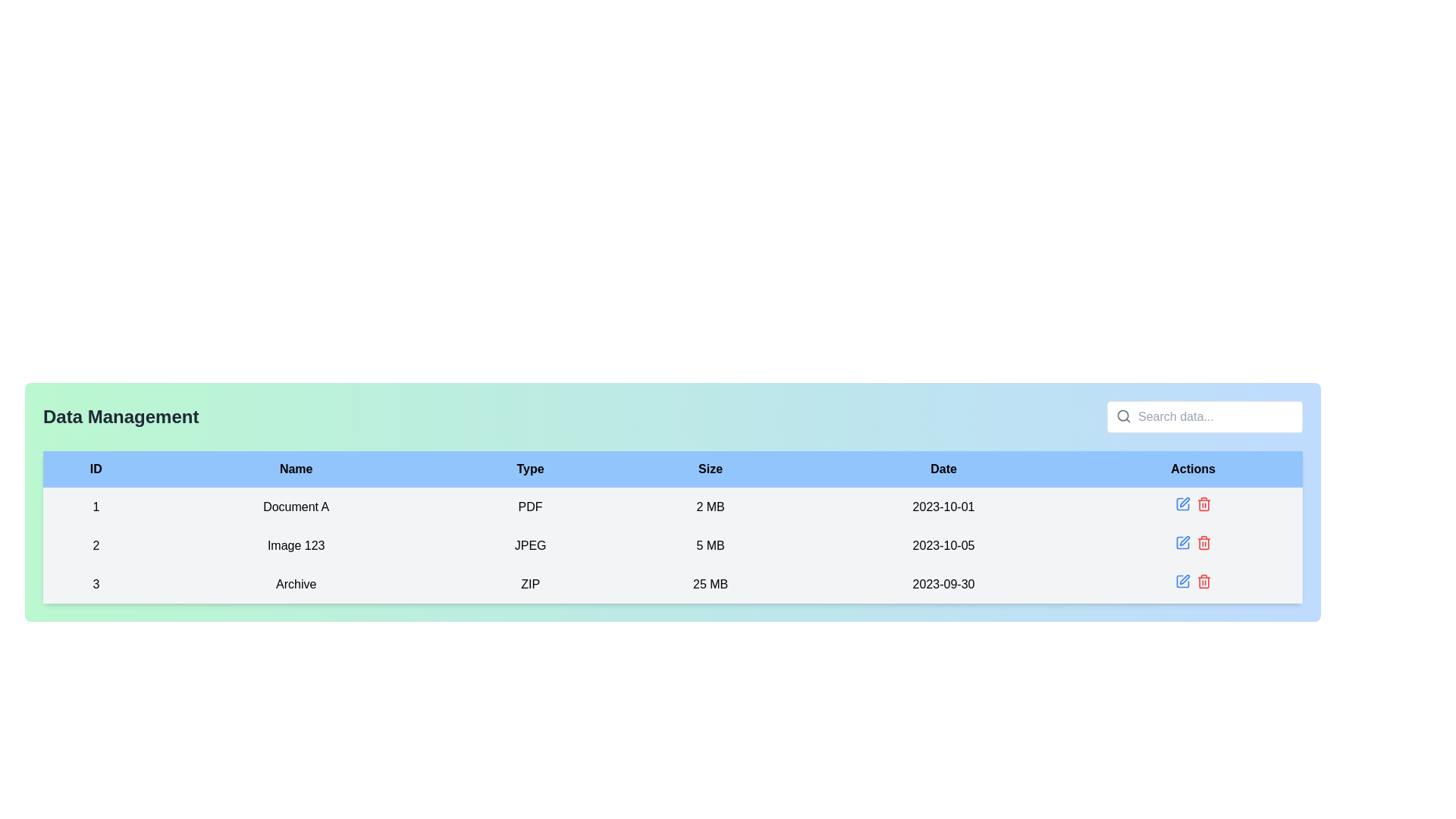 The image size is (1456, 819). What do you see at coordinates (1192, 507) in the screenshot?
I see `the action buttons in the 'Actions' column of the first row of the data table, which contains the edit and delete icons, located next to the date '2023-10-01'` at bounding box center [1192, 507].